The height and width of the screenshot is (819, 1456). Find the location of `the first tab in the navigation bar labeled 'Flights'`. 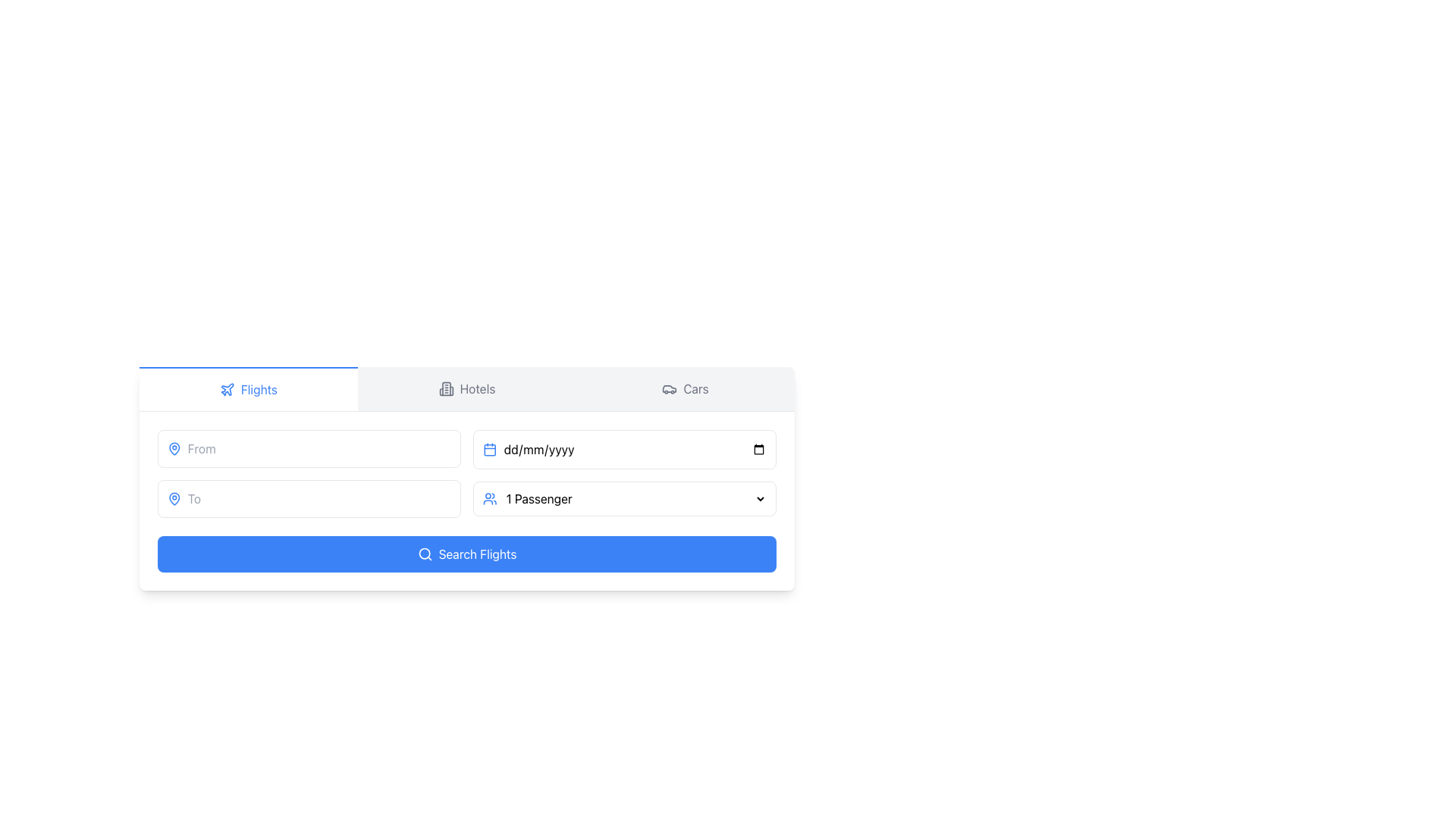

the first tab in the navigation bar labeled 'Flights' is located at coordinates (248, 388).